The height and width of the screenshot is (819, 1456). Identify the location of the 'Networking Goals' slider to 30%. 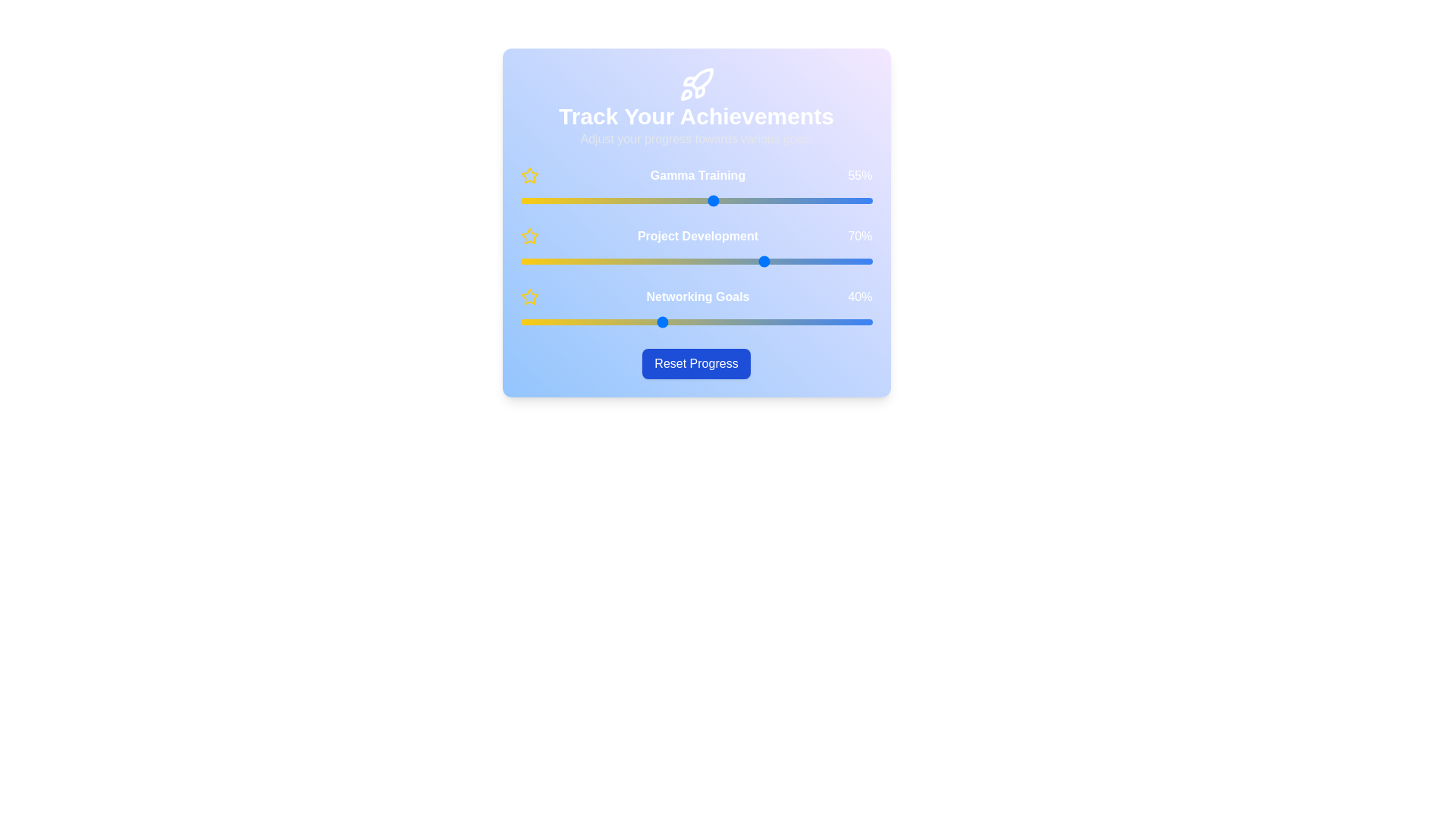
(626, 321).